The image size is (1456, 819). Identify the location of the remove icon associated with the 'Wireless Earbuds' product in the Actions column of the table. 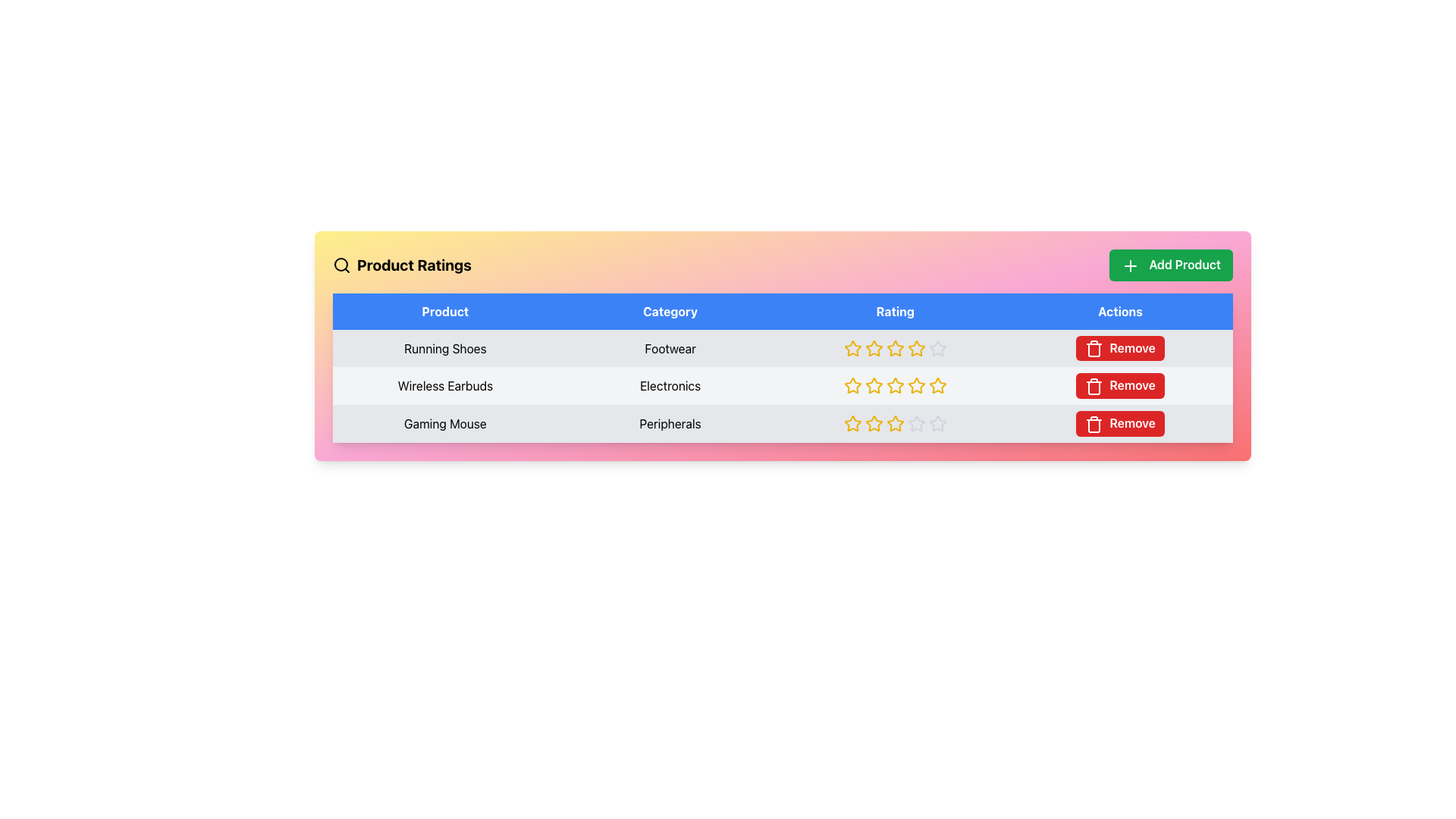
(1094, 386).